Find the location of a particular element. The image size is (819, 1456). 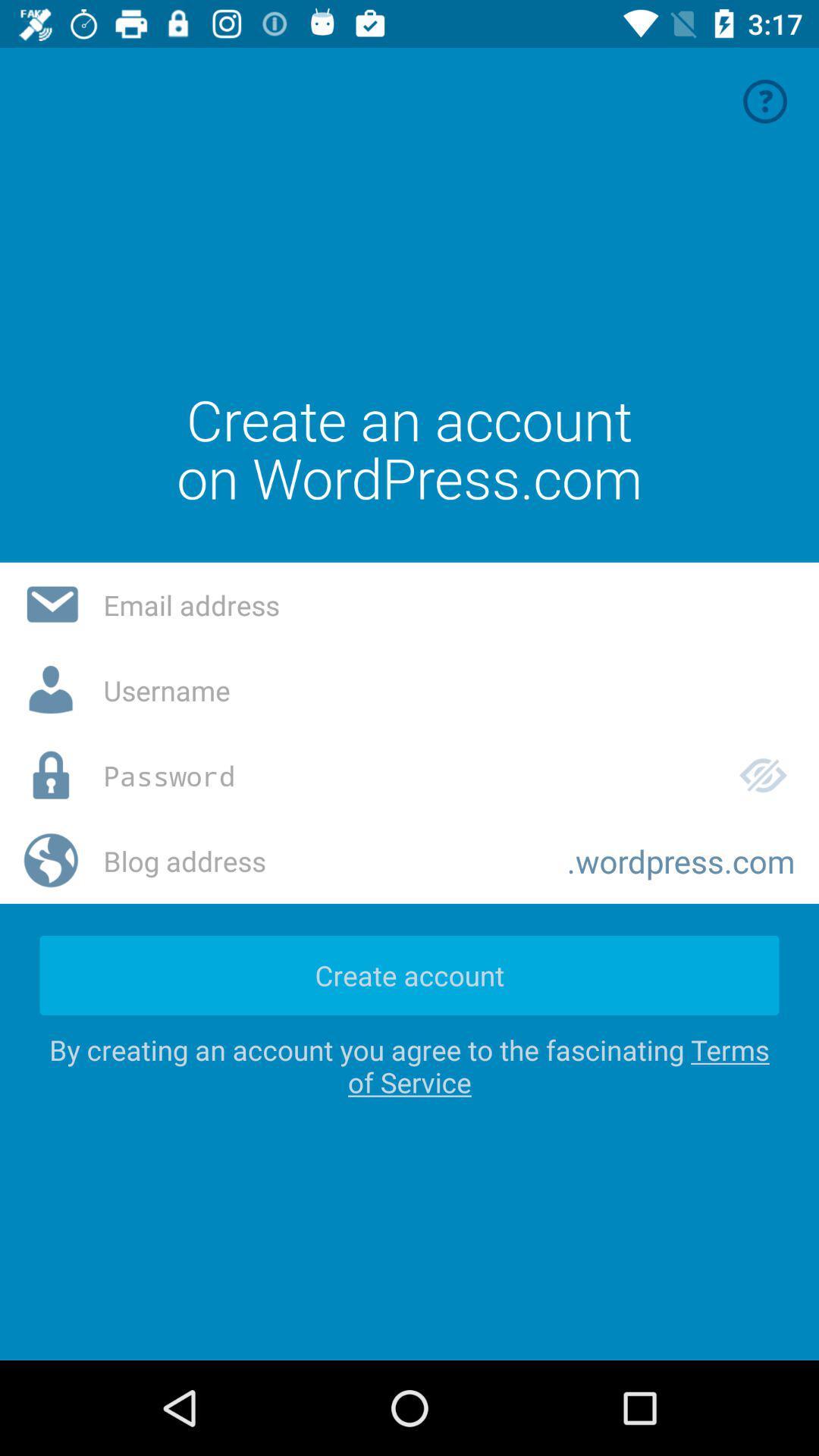

the item above create an account is located at coordinates (765, 100).